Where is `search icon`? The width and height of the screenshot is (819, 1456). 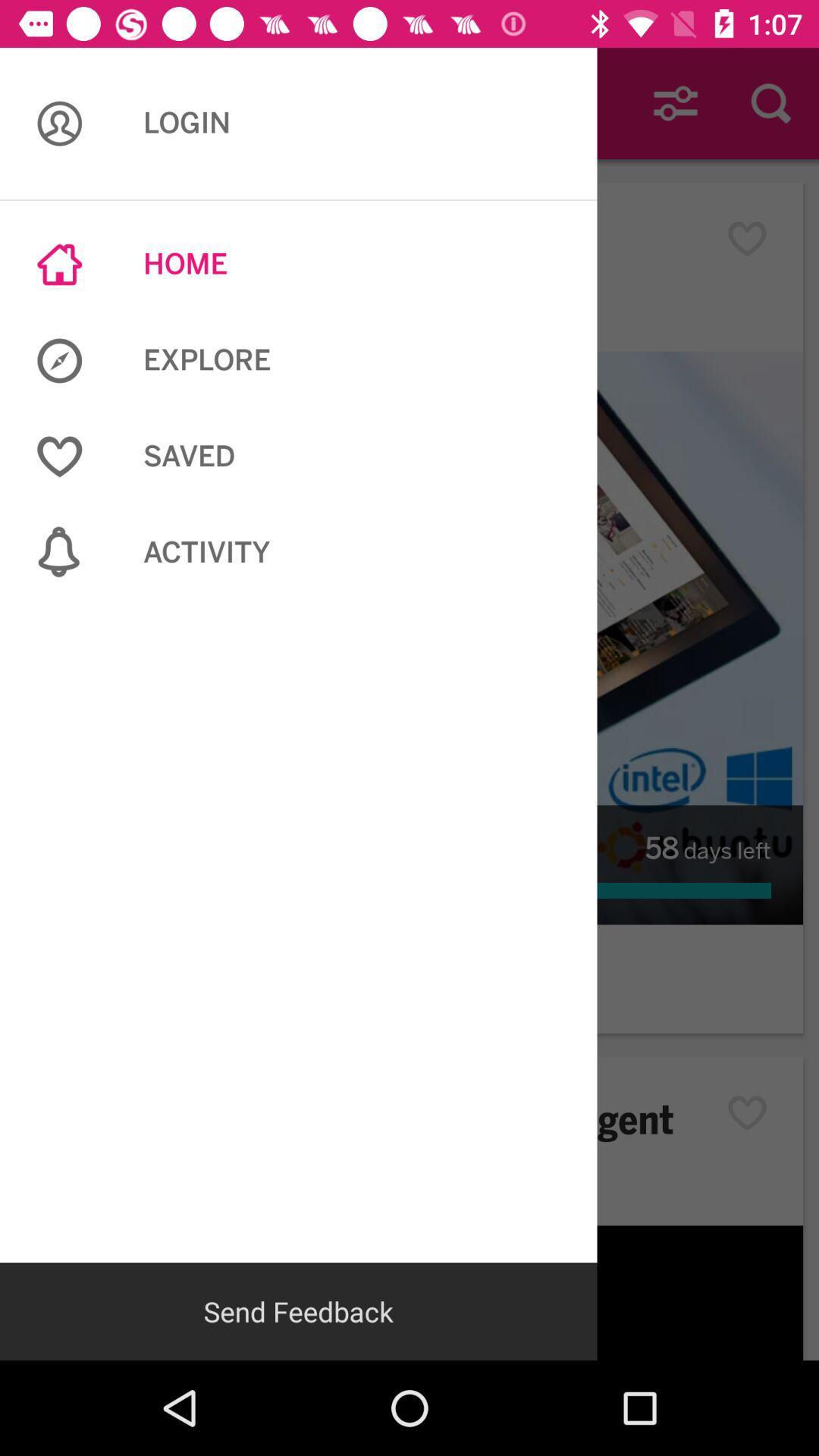 search icon is located at coordinates (771, 103).